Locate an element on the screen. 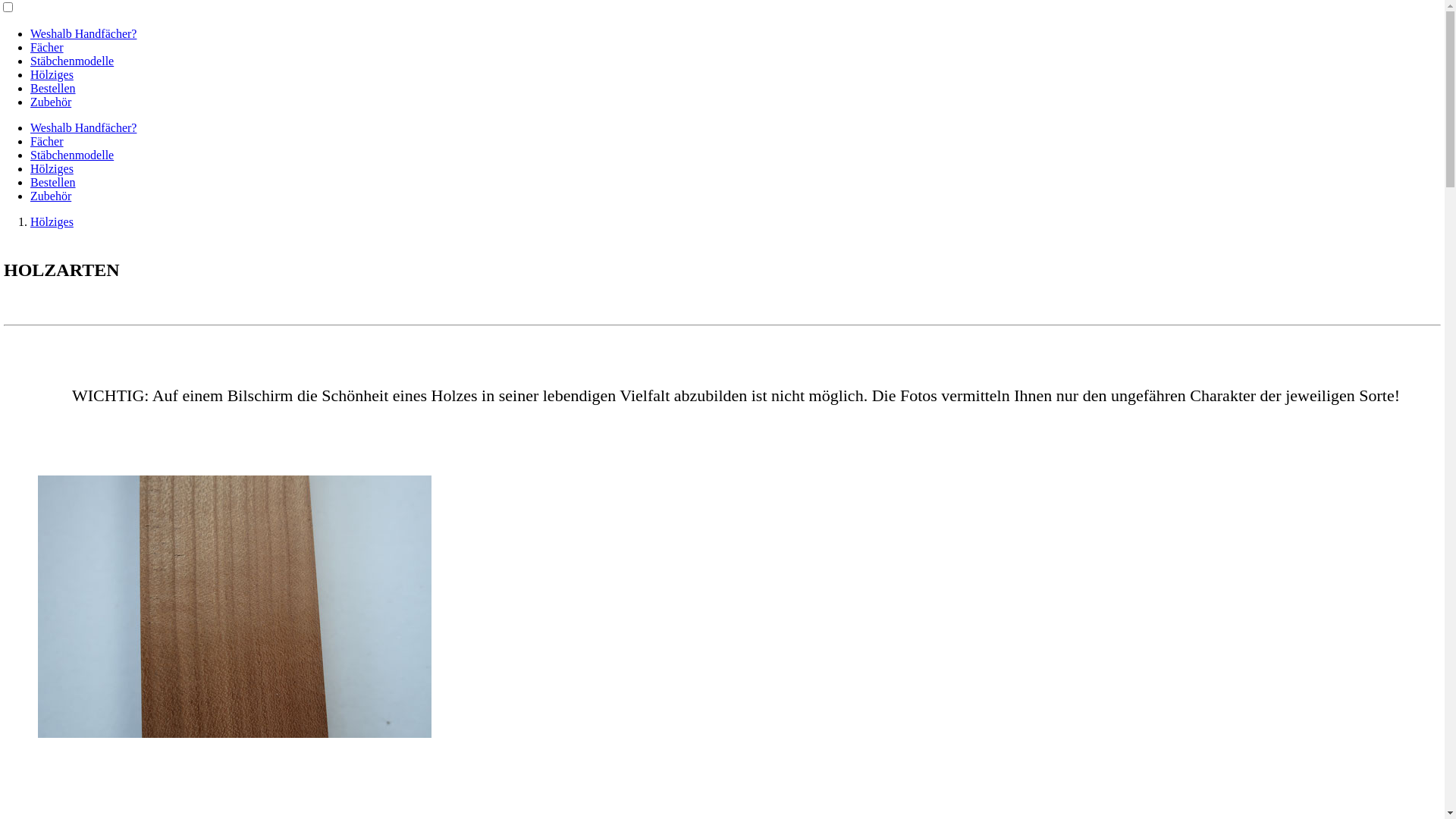 This screenshot has height=819, width=1456. 'Bestellen' is located at coordinates (53, 88).